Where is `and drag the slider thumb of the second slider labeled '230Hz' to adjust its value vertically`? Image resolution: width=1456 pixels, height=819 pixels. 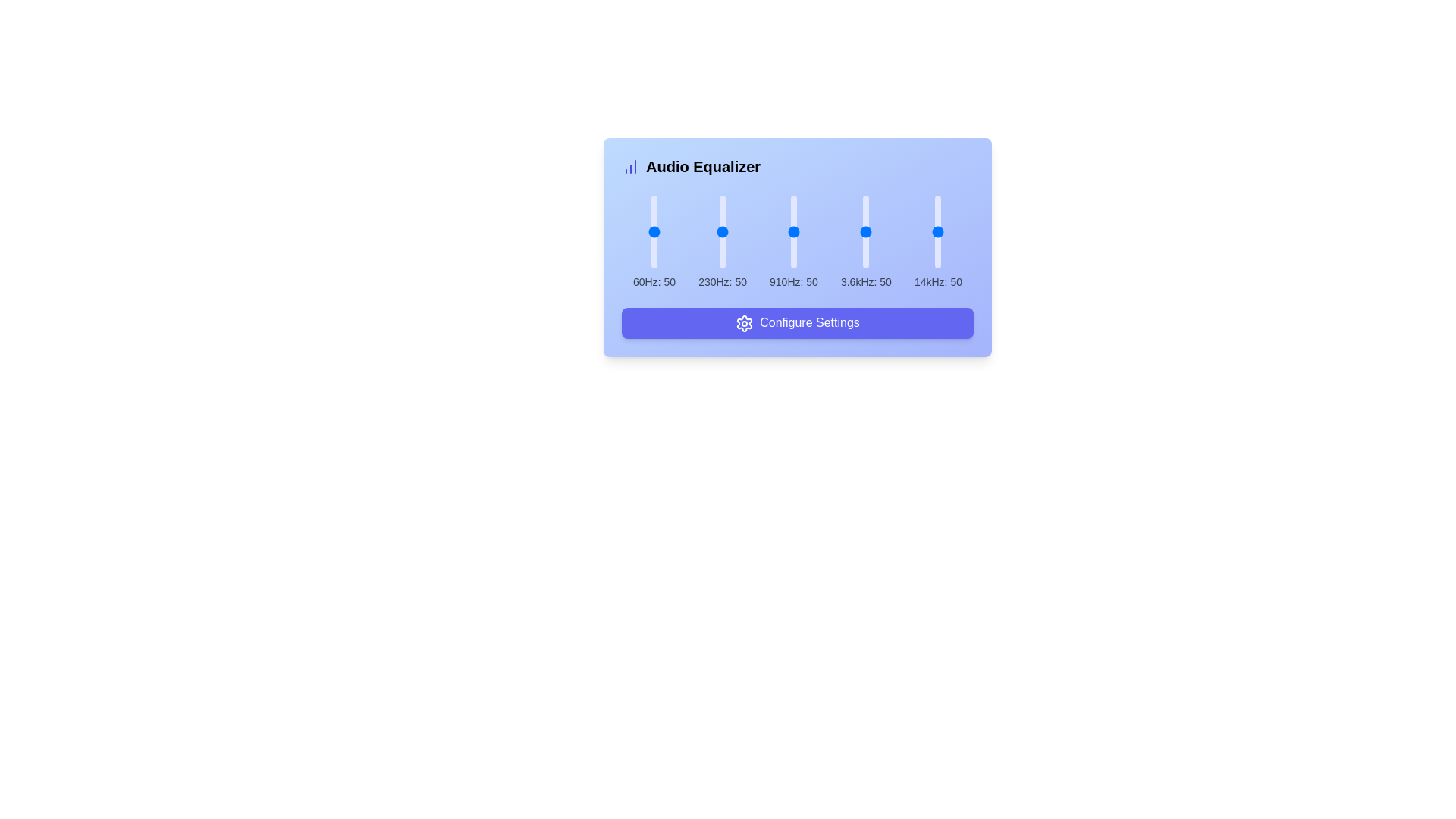 and drag the slider thumb of the second slider labeled '230Hz' to adjust its value vertically is located at coordinates (722, 242).